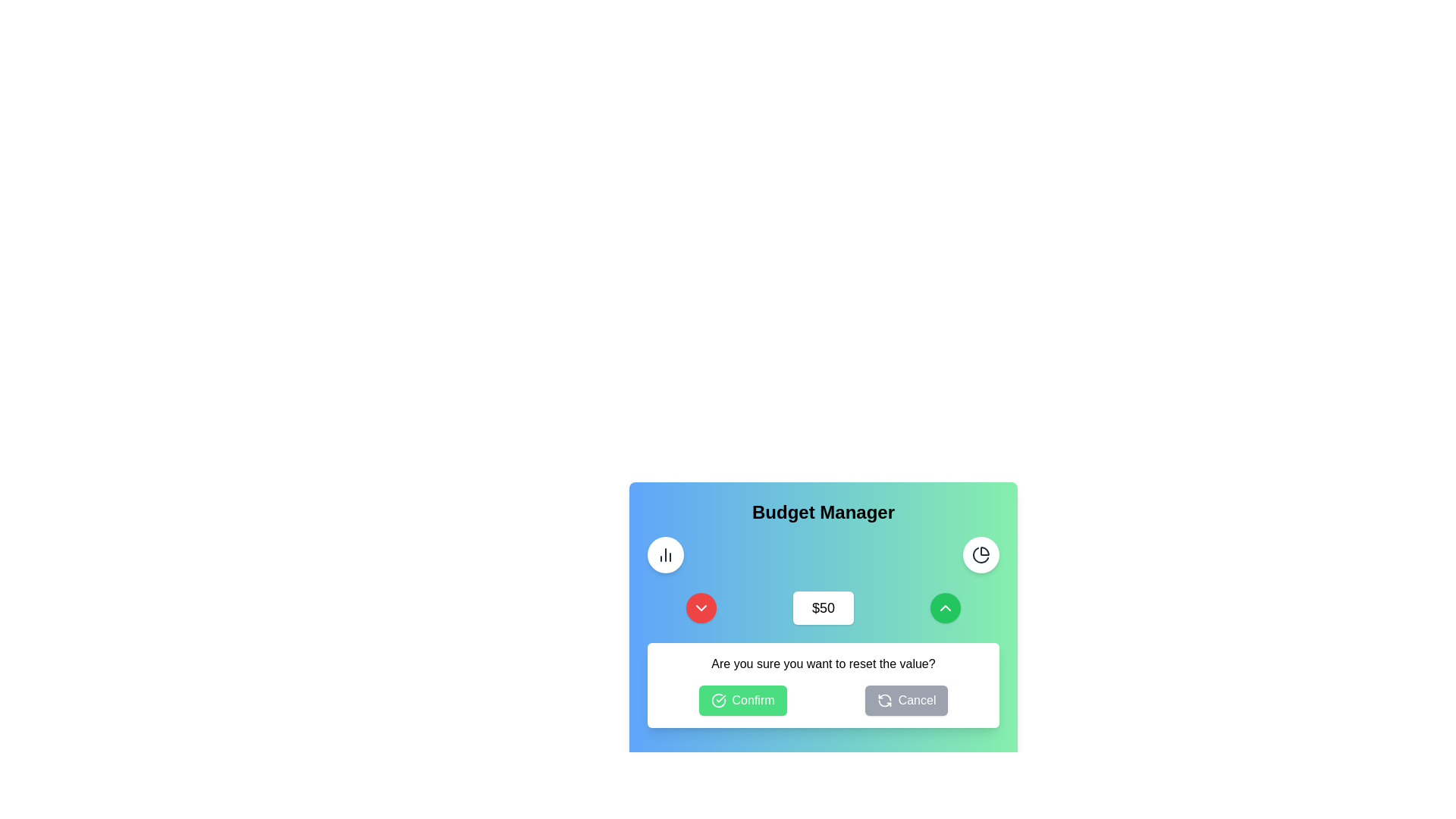  What do you see at coordinates (666, 555) in the screenshot?
I see `the circular button with a white background and a vertical bar chart icon` at bounding box center [666, 555].